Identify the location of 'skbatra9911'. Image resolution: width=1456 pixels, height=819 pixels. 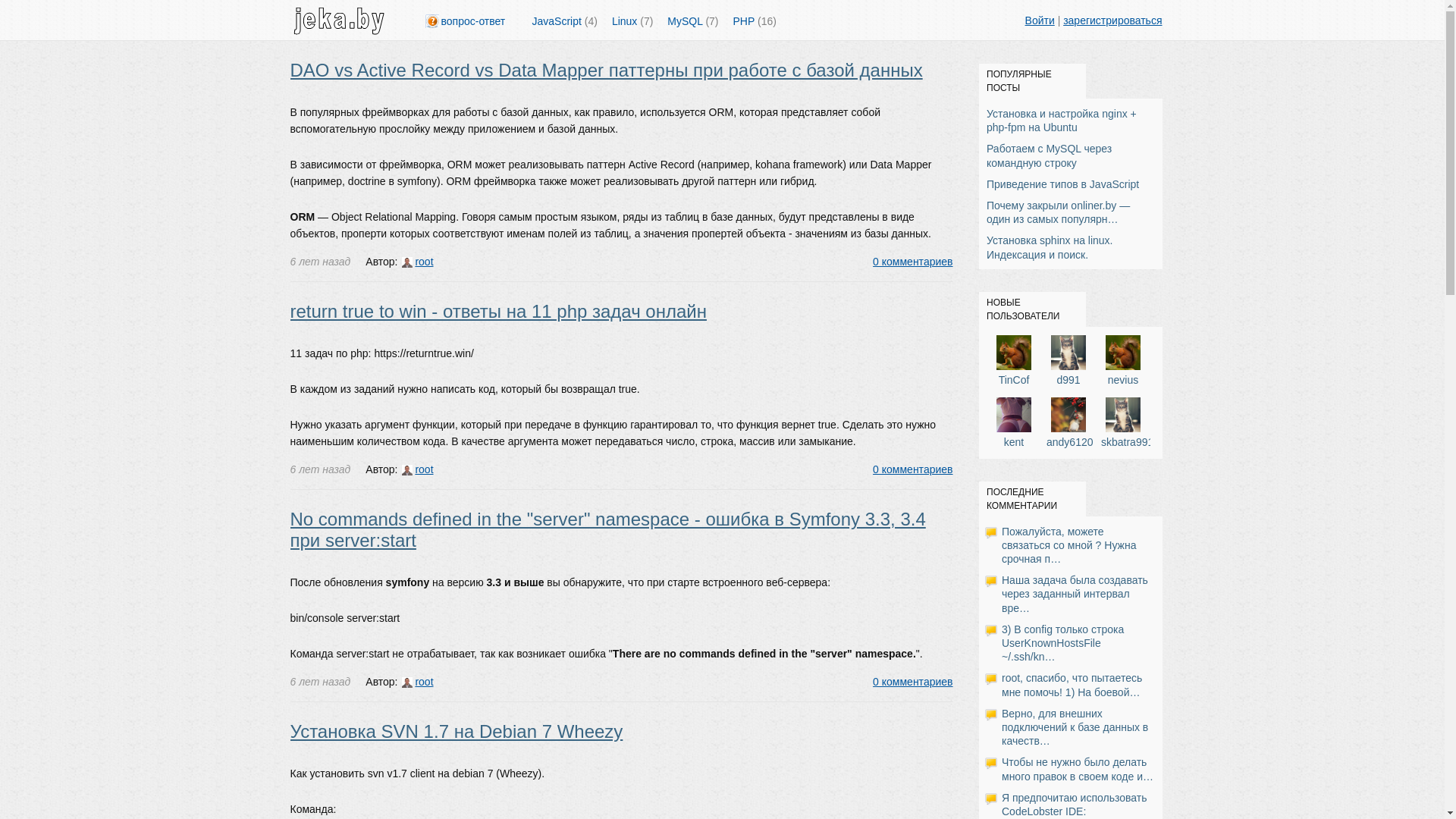
(1130, 435).